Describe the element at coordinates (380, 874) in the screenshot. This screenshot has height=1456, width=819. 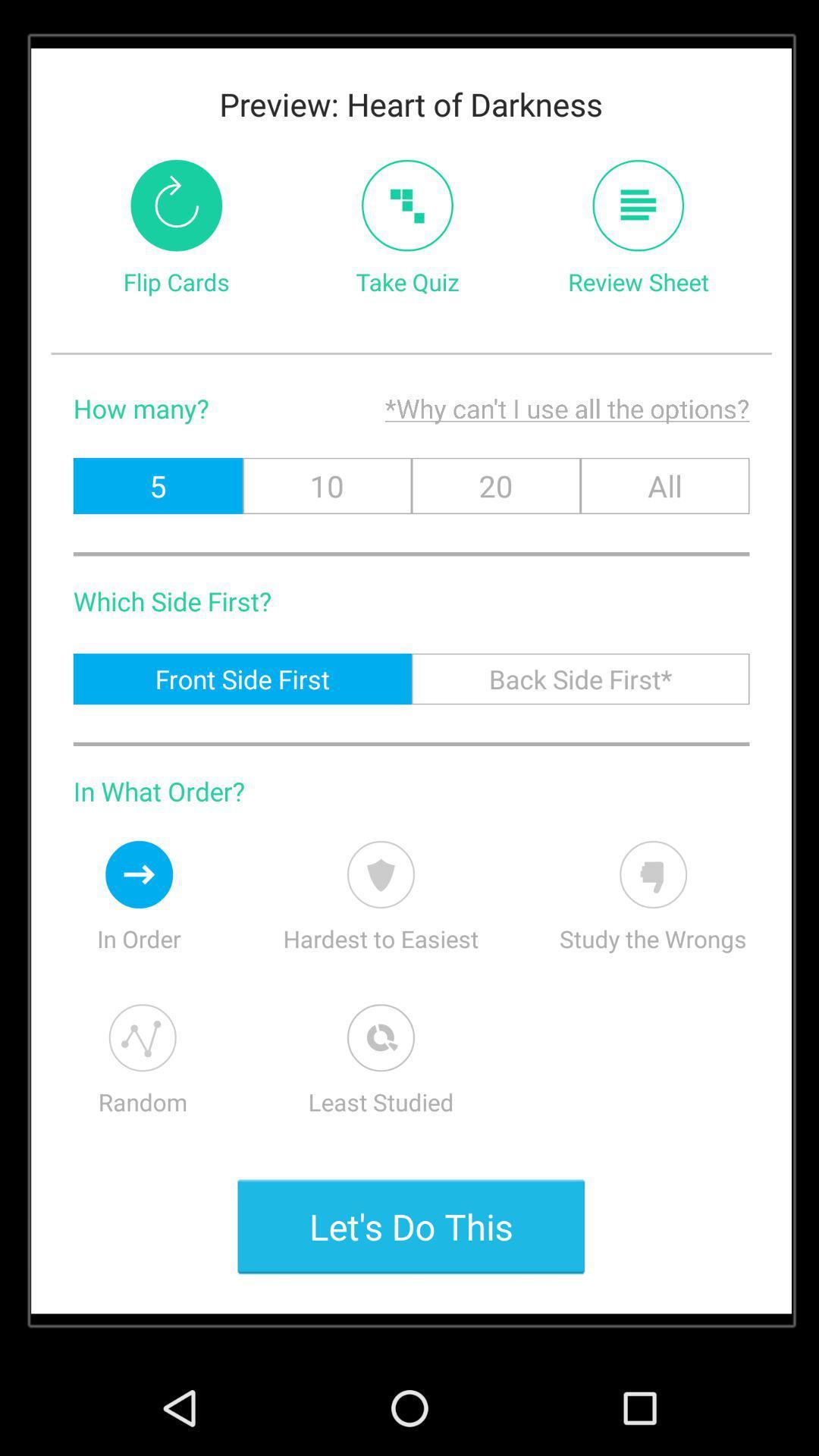
I see `show hardest flashcards first` at that location.